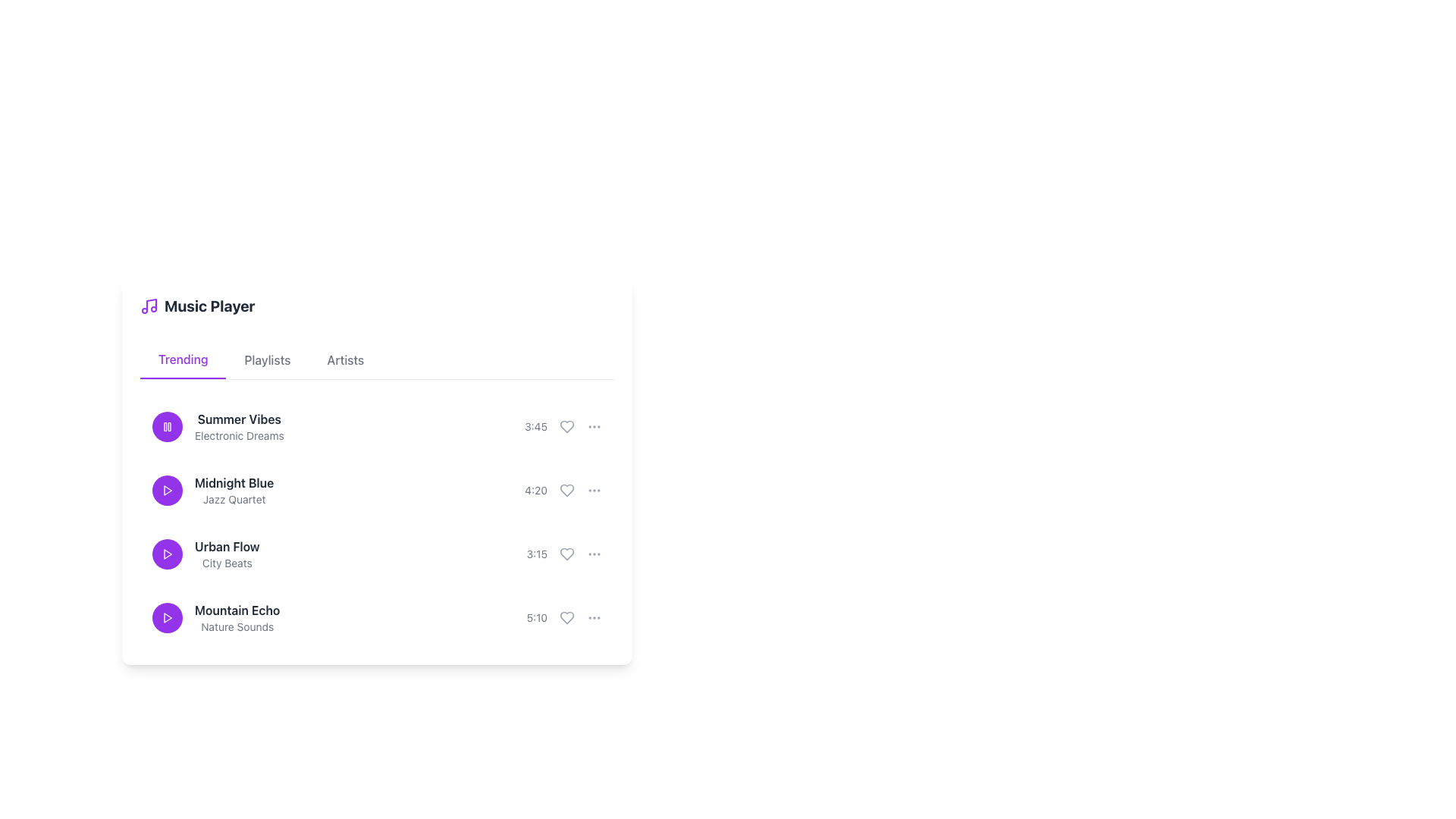 This screenshot has width=1456, height=819. I want to click on the purple circular pause button located at the bottom center of the interface to halt media playback, so click(167, 427).